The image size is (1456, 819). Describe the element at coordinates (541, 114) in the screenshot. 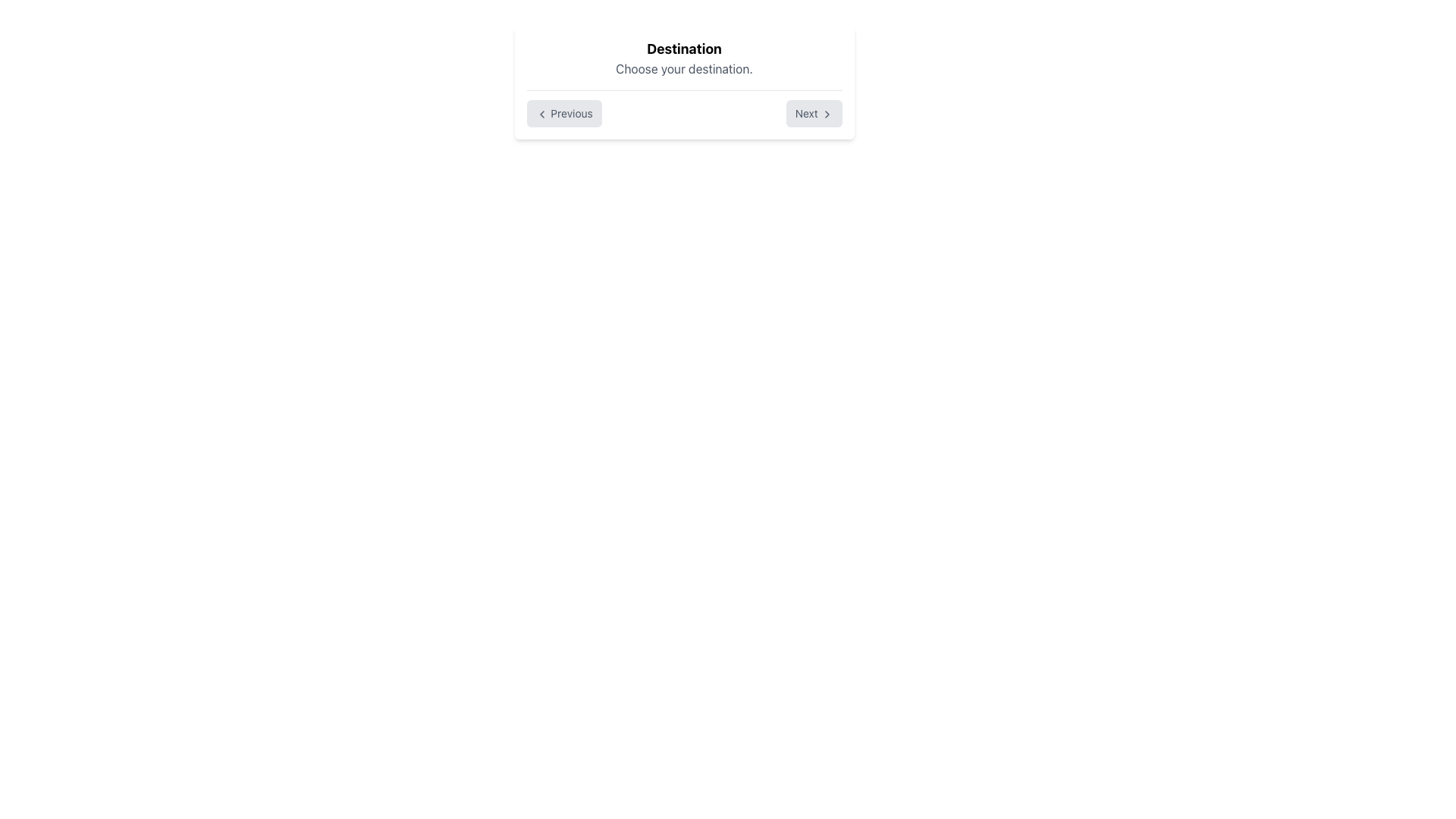

I see `the left-pointing chevron icon inside the 'Previous' button, adjacent to the label 'Previous'` at that location.